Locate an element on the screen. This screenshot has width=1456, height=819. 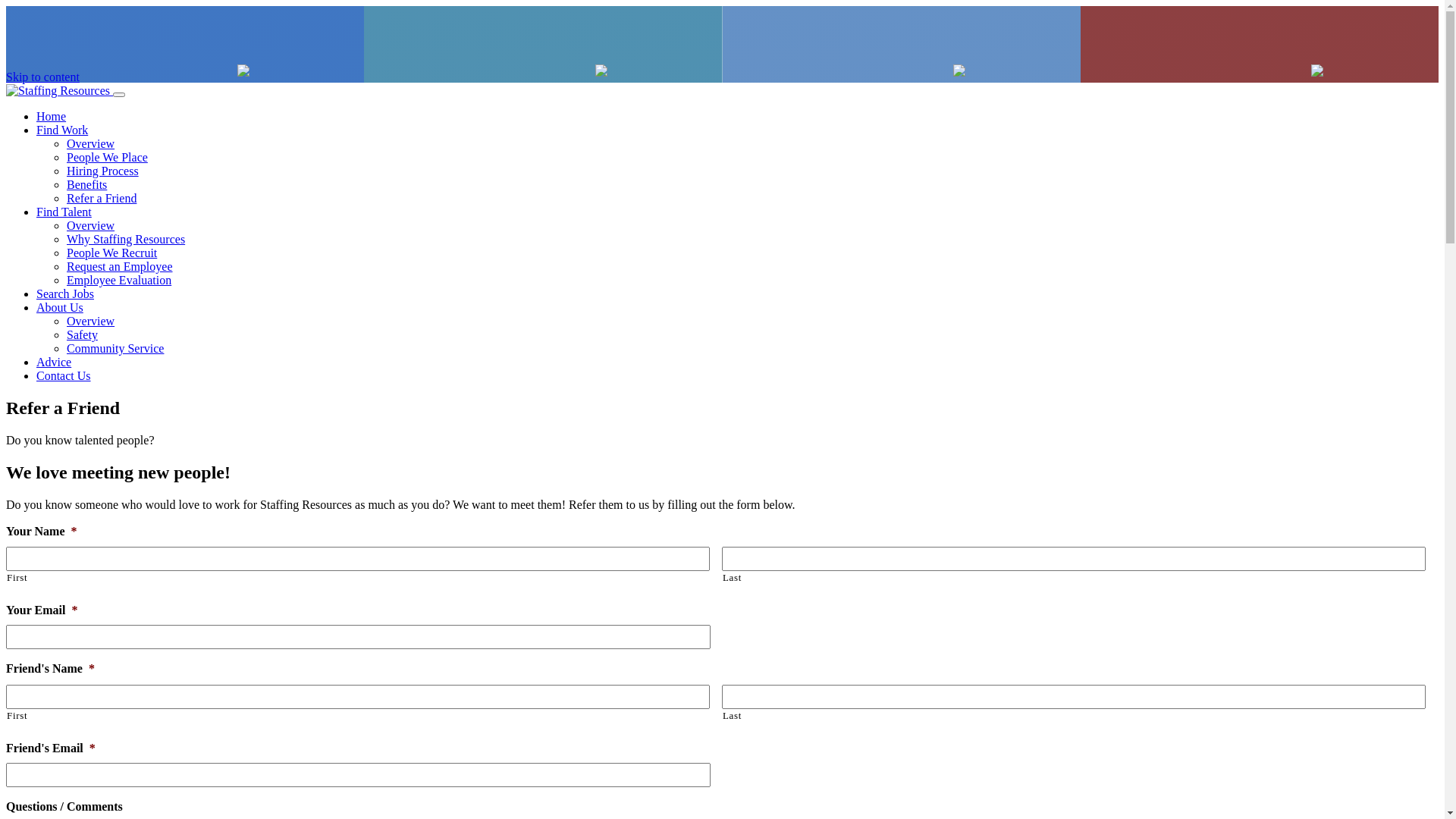
'Request an Employee' is located at coordinates (119, 265).